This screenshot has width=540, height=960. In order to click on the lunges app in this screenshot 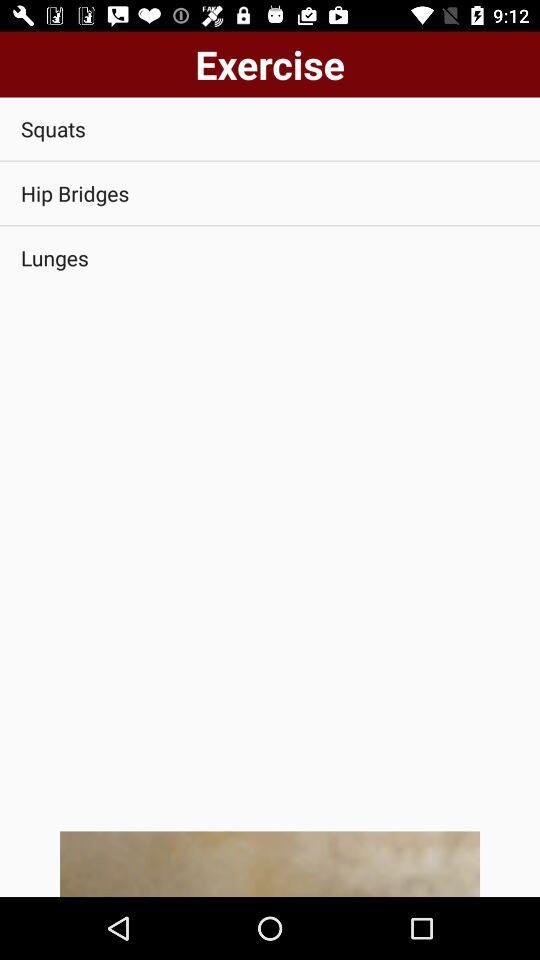, I will do `click(270, 256)`.